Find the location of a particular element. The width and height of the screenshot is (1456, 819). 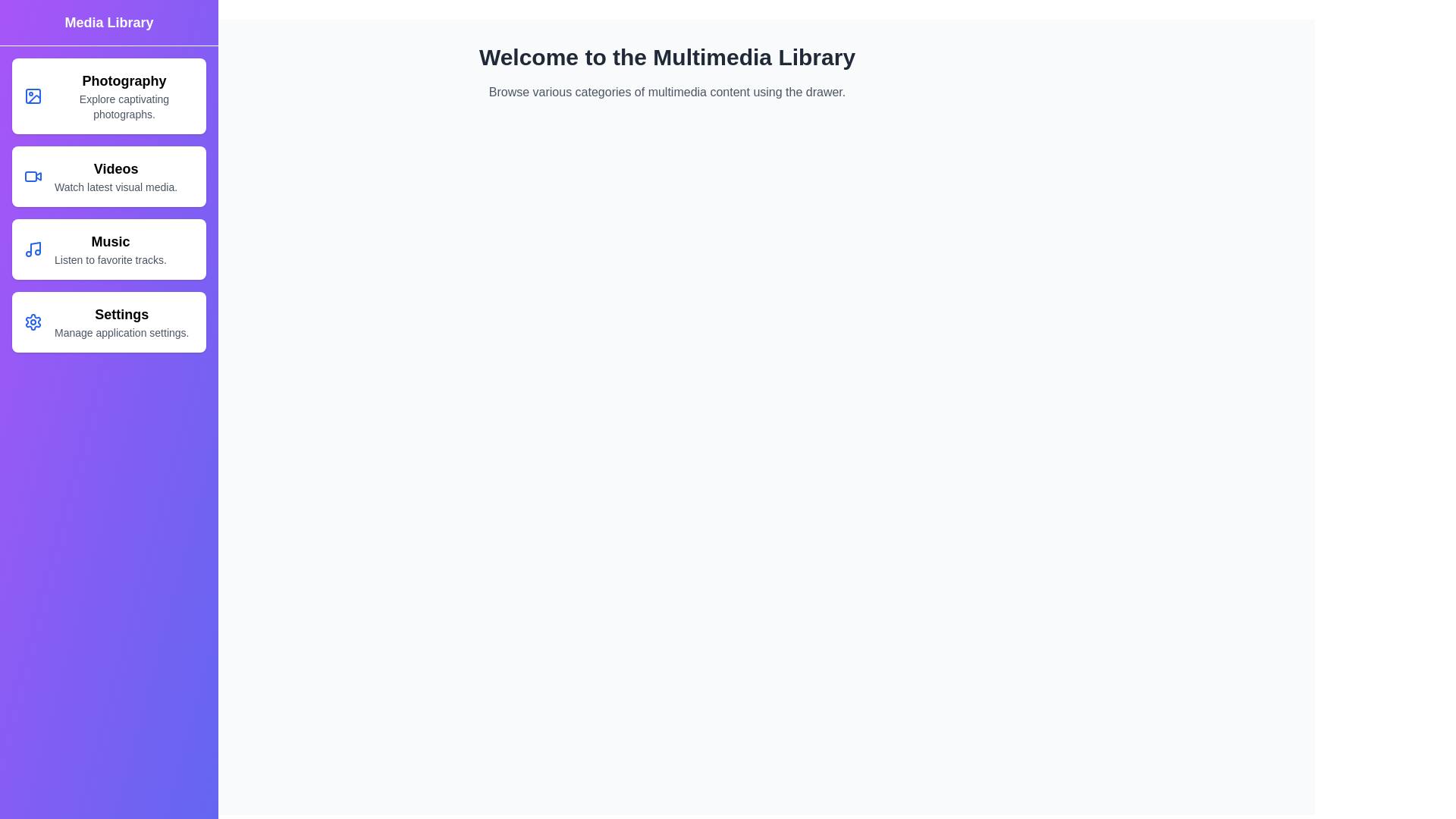

the Photography category in the MultimediaDrawer is located at coordinates (108, 96).